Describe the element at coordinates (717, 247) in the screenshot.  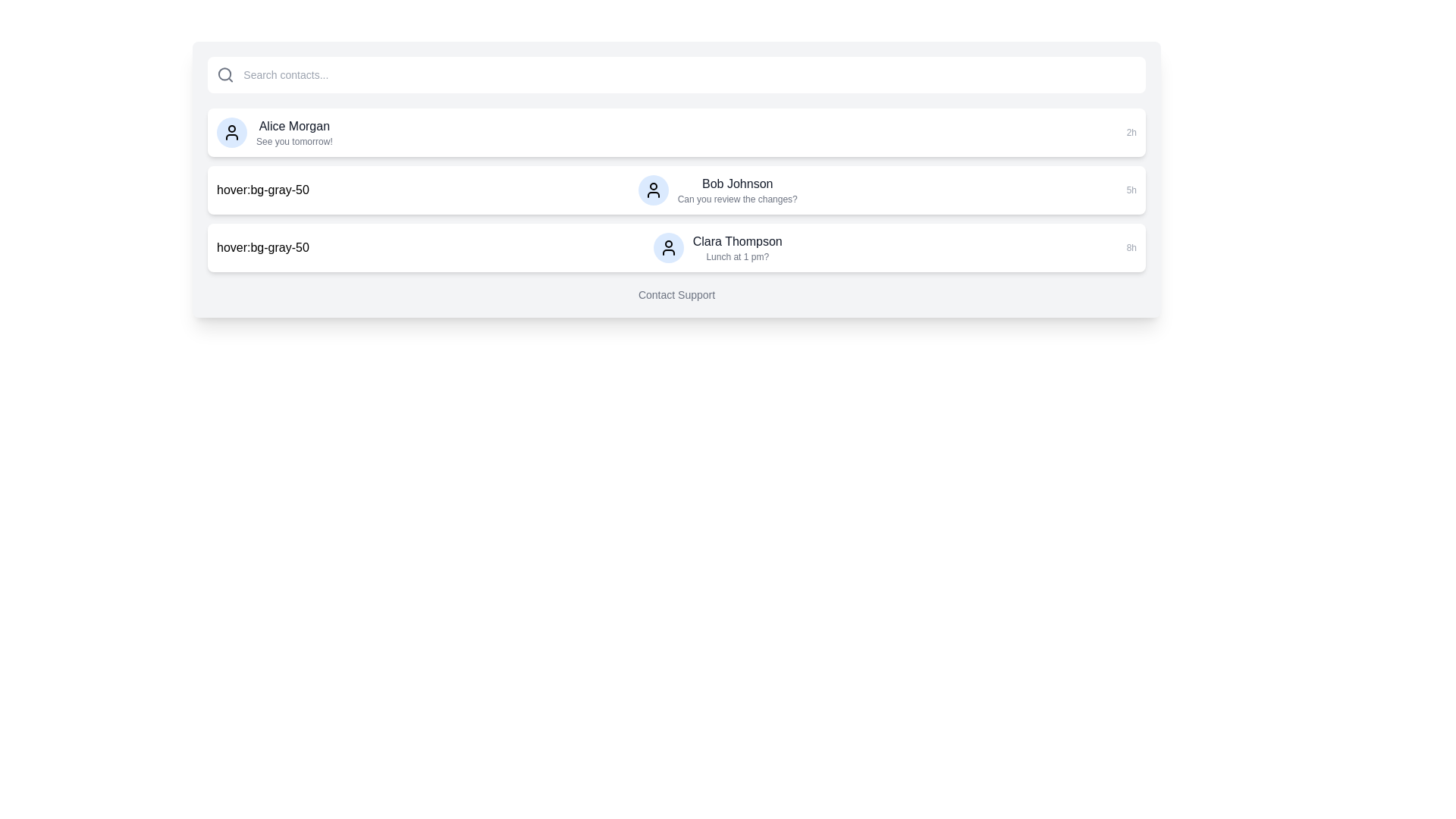
I see `the message preview for 'Clara Thompson'` at that location.